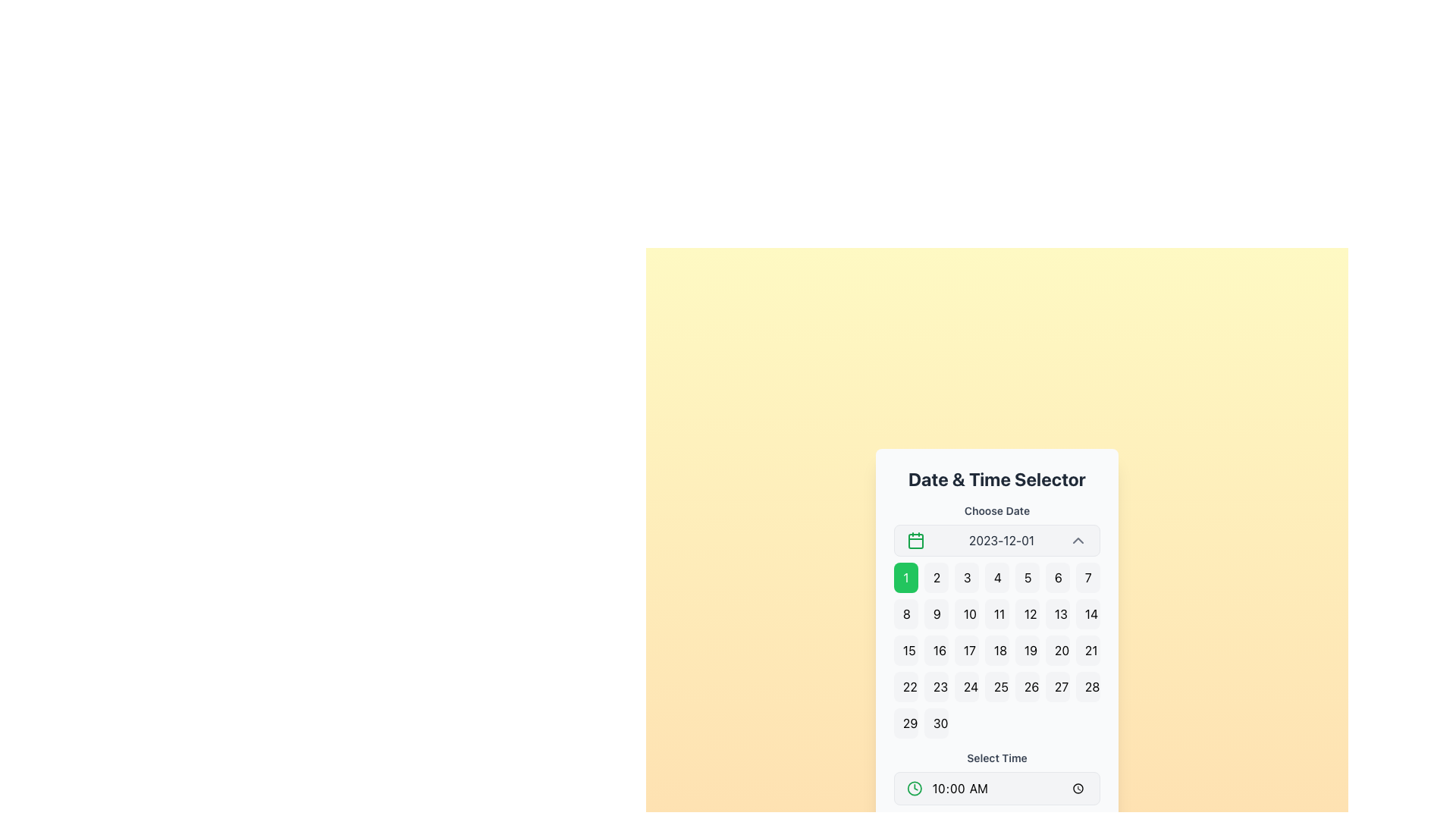 This screenshot has height=819, width=1456. Describe the element at coordinates (1027, 614) in the screenshot. I see `the square button displaying the number '12'` at that location.